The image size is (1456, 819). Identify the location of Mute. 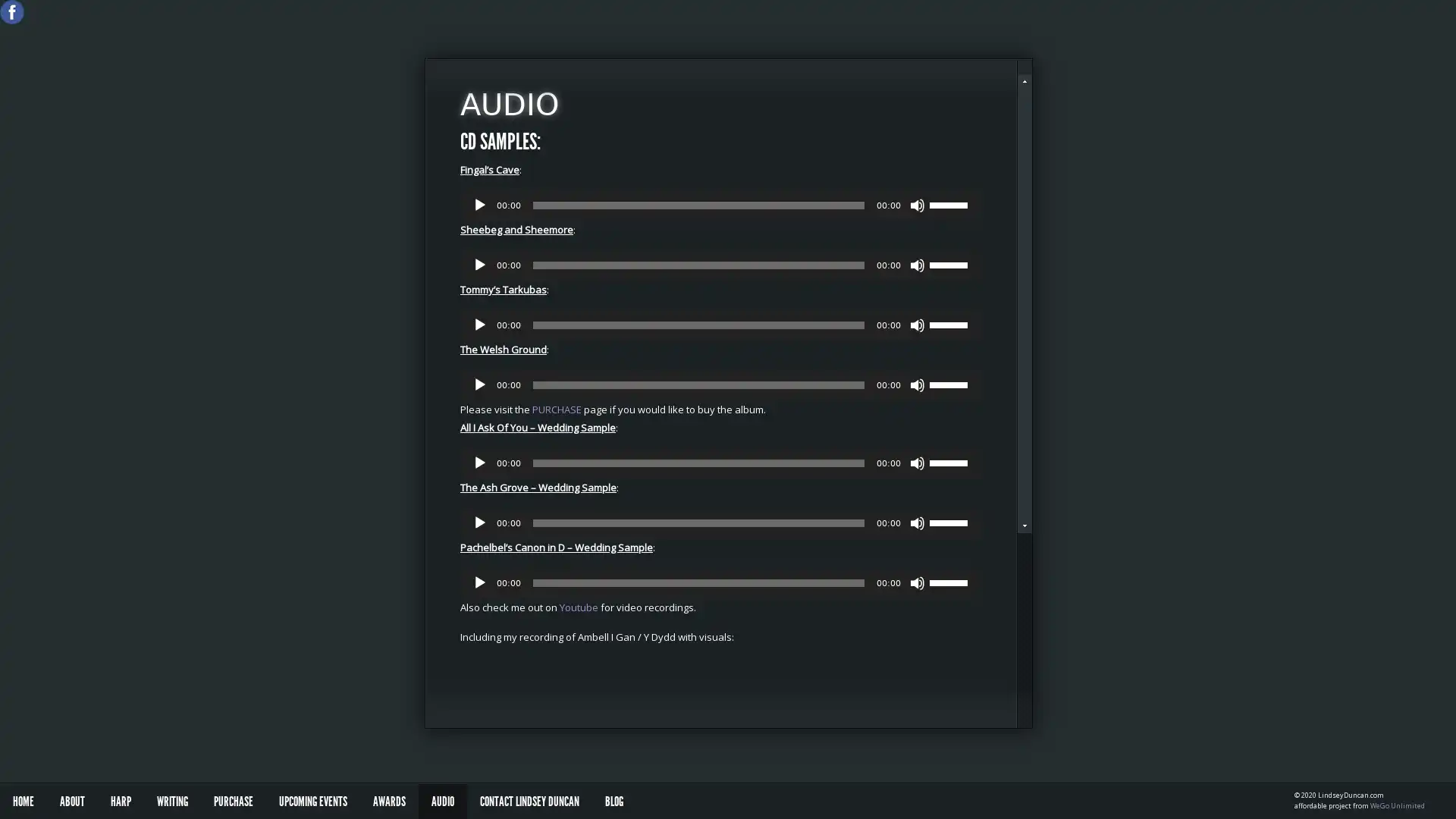
(916, 582).